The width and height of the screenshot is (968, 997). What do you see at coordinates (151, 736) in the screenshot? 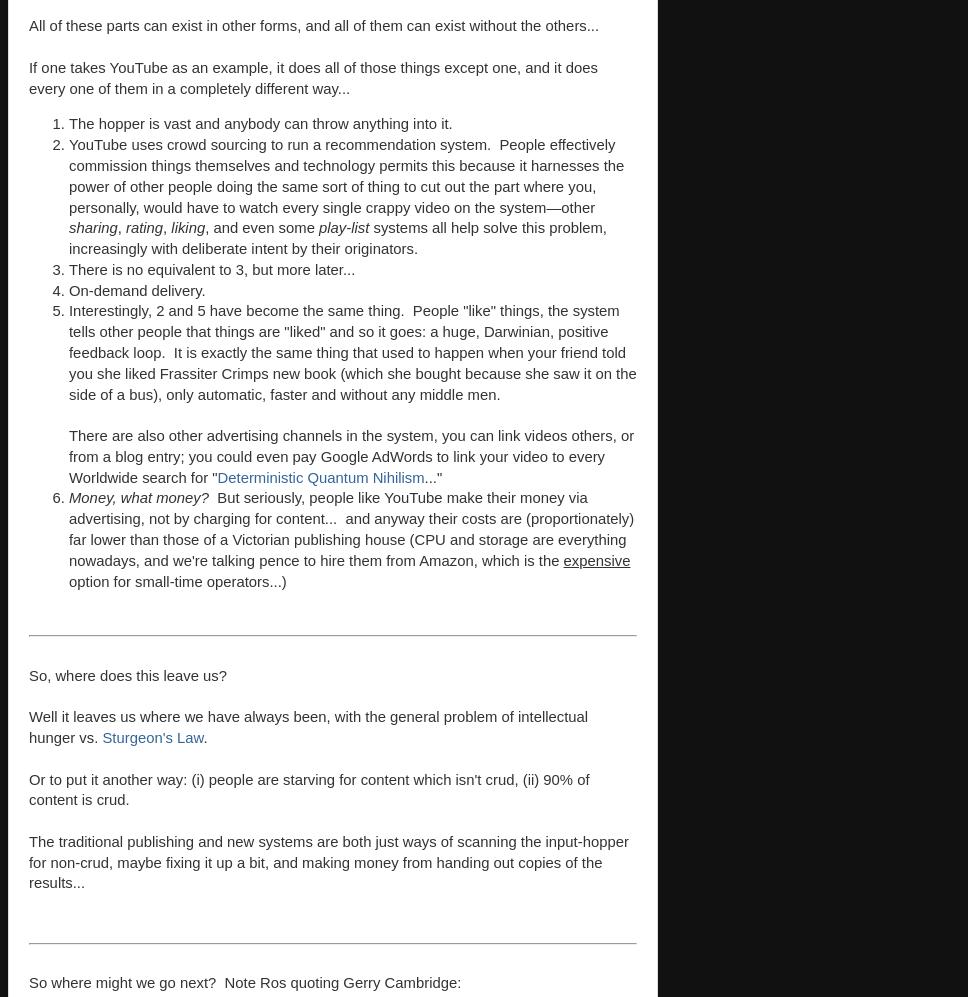
I see `'Sturgeon's Law'` at bounding box center [151, 736].